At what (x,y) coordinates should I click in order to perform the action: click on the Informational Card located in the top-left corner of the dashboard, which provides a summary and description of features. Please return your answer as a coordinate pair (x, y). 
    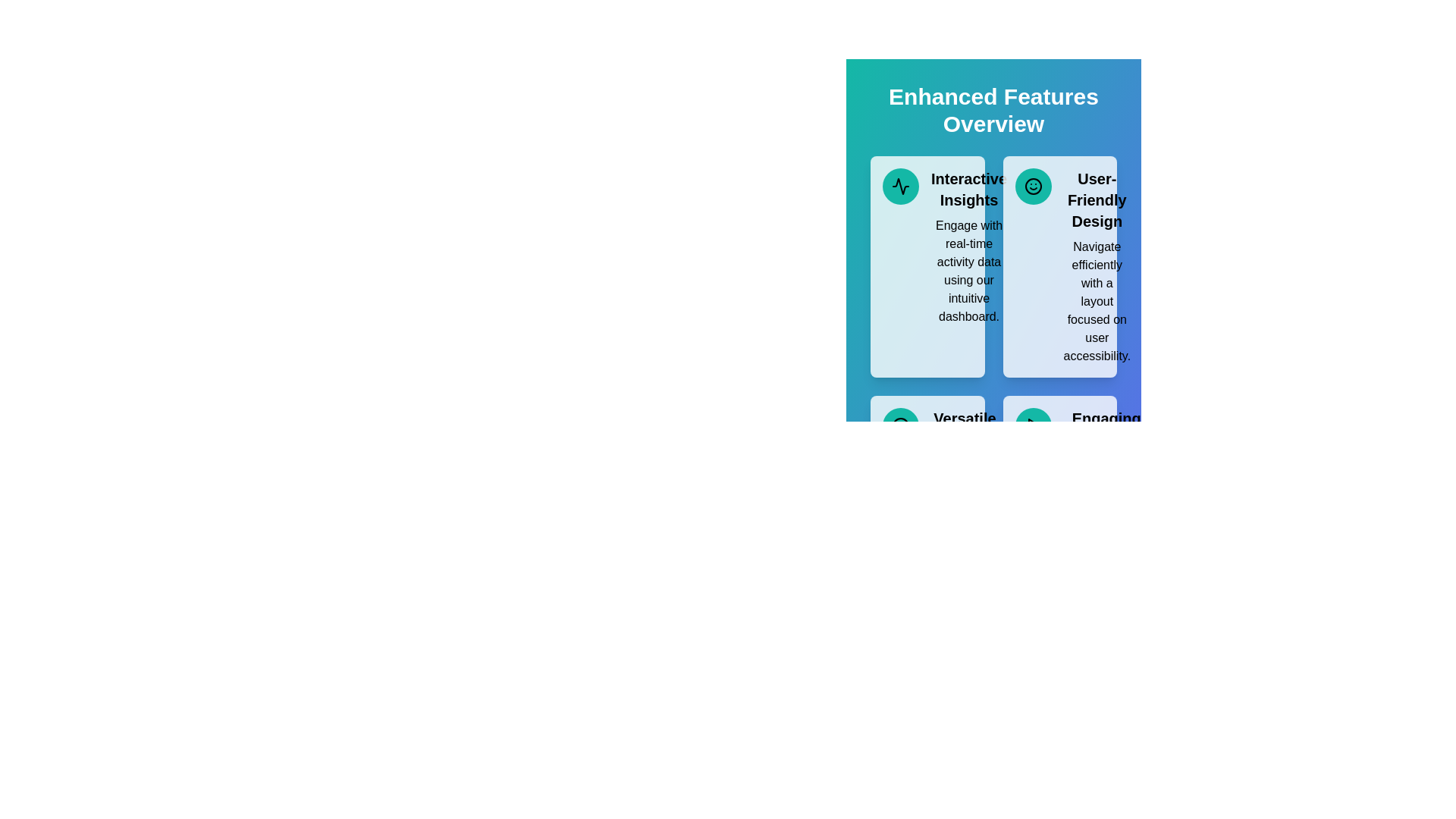
    Looking at the image, I should click on (927, 265).